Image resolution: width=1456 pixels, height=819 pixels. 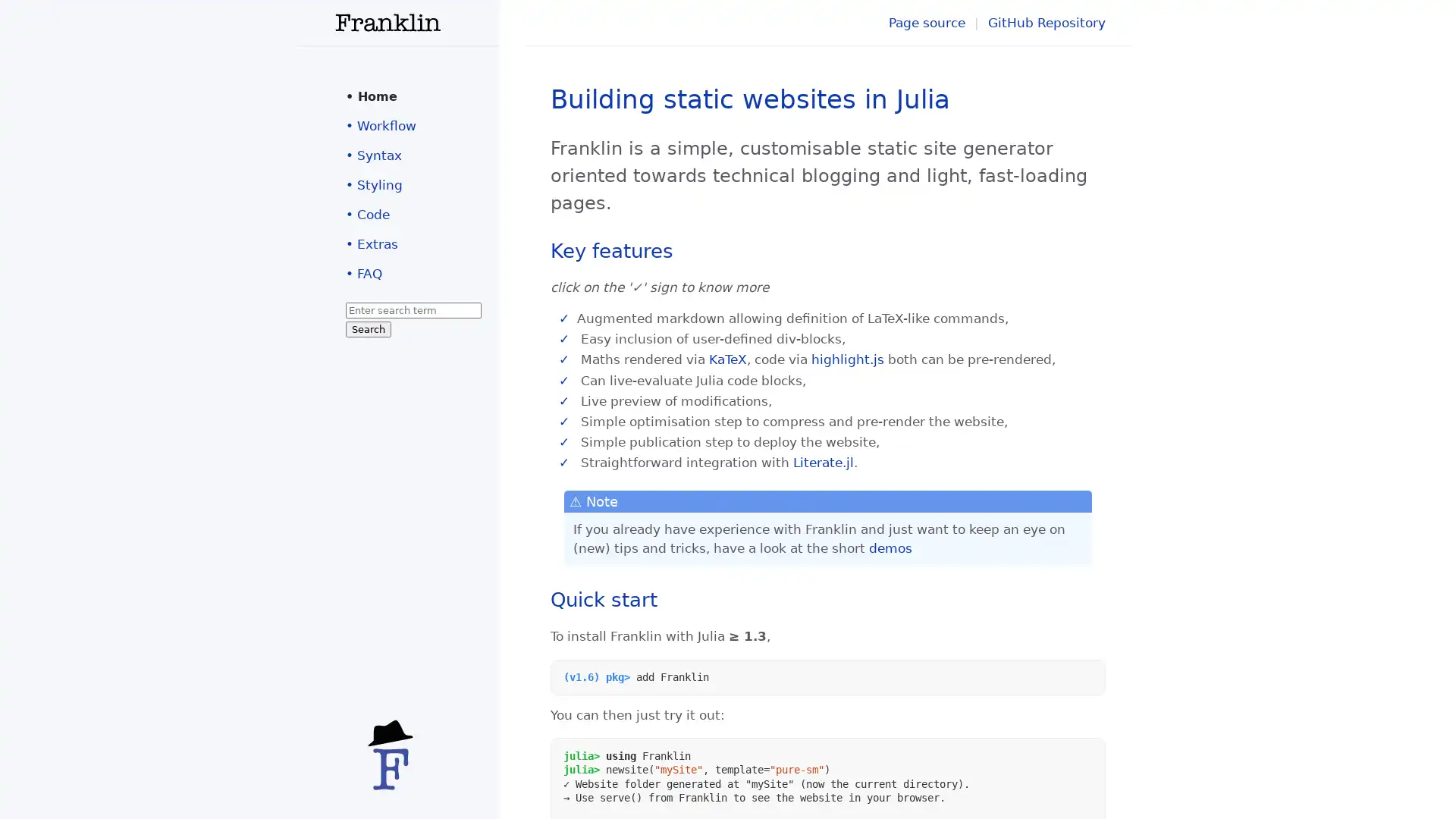 I want to click on Search, so click(x=368, y=328).